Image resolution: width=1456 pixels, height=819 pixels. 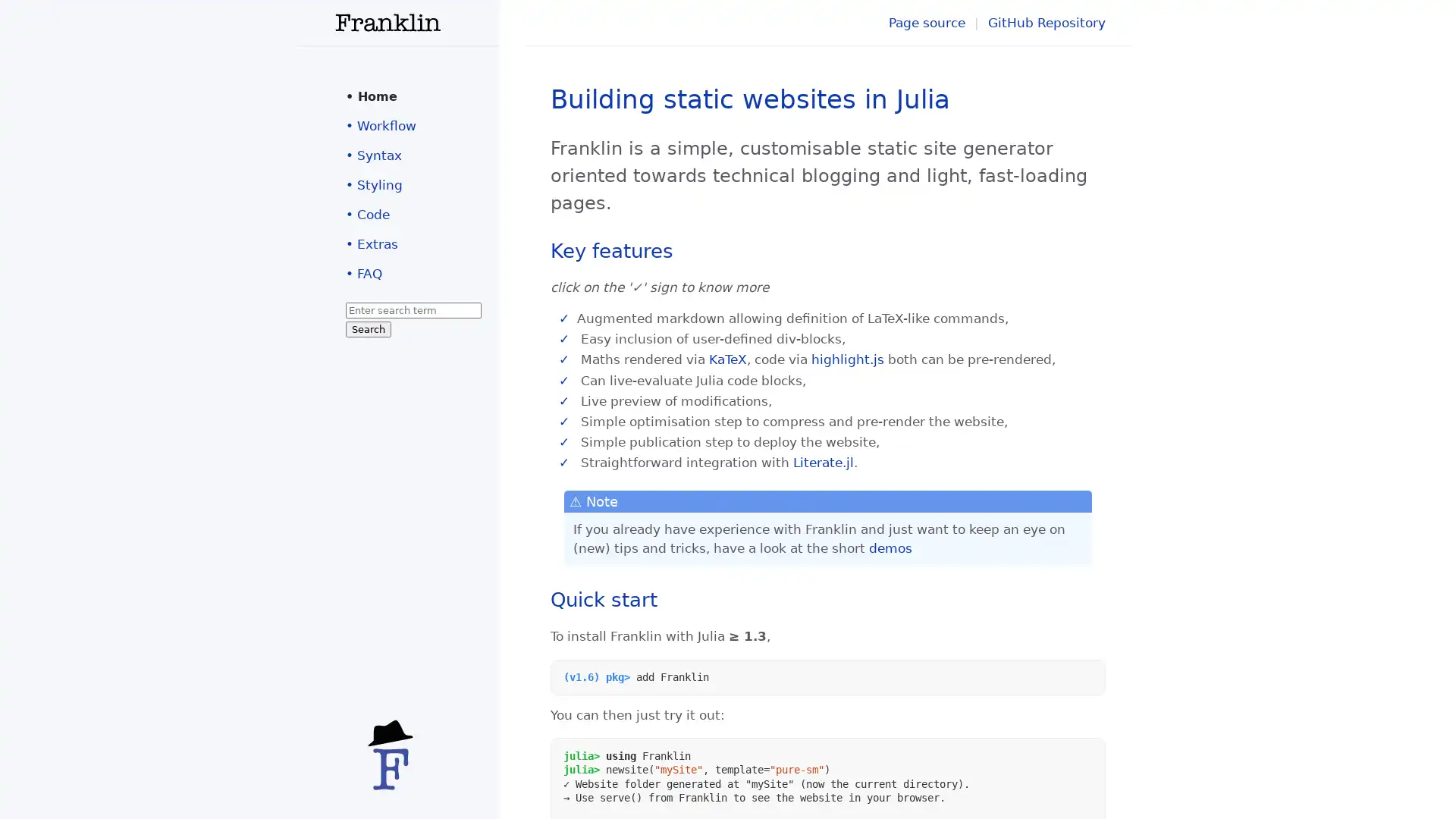 I want to click on Search, so click(x=368, y=328).